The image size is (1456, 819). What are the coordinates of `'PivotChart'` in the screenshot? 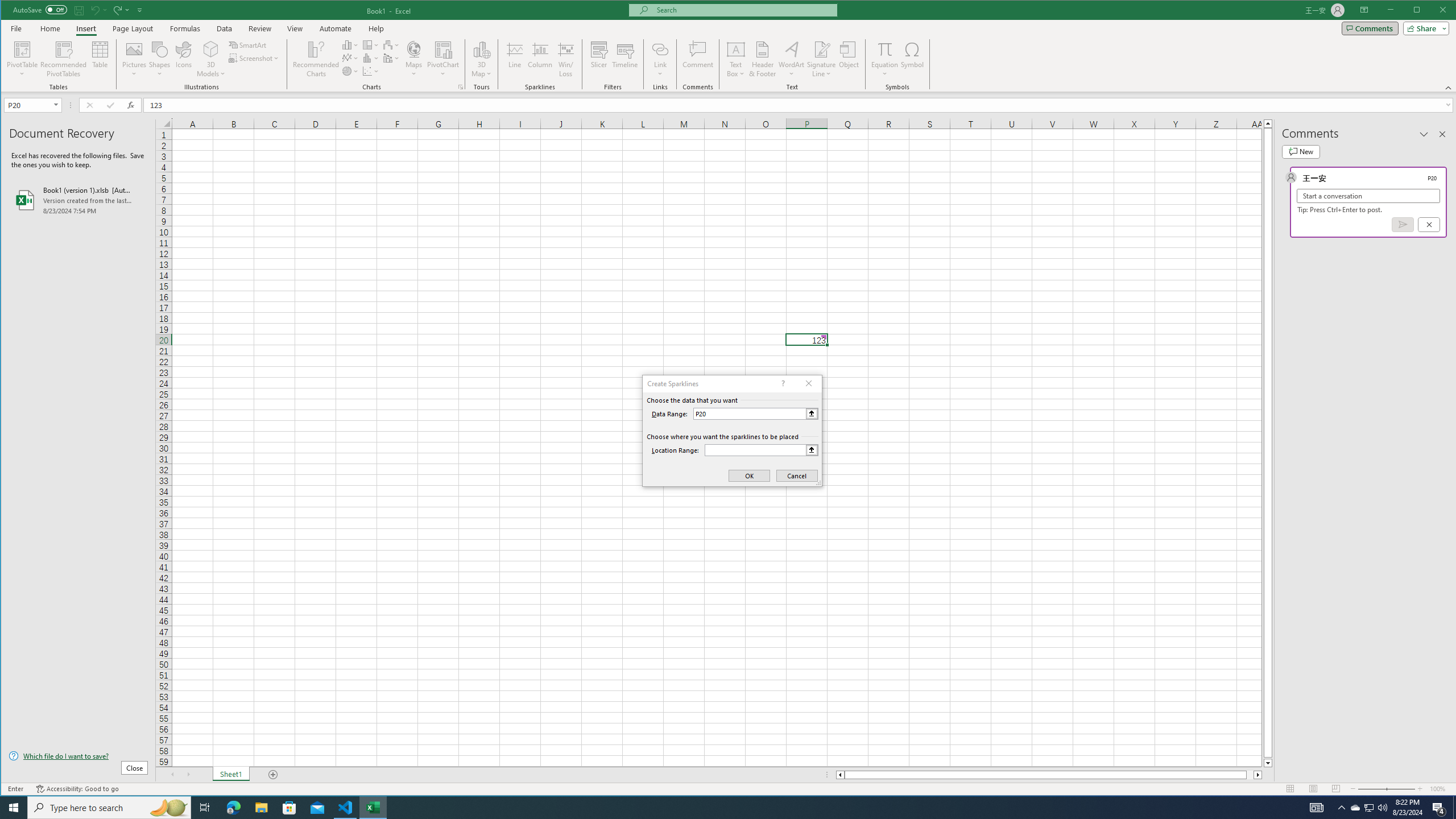 It's located at (442, 48).